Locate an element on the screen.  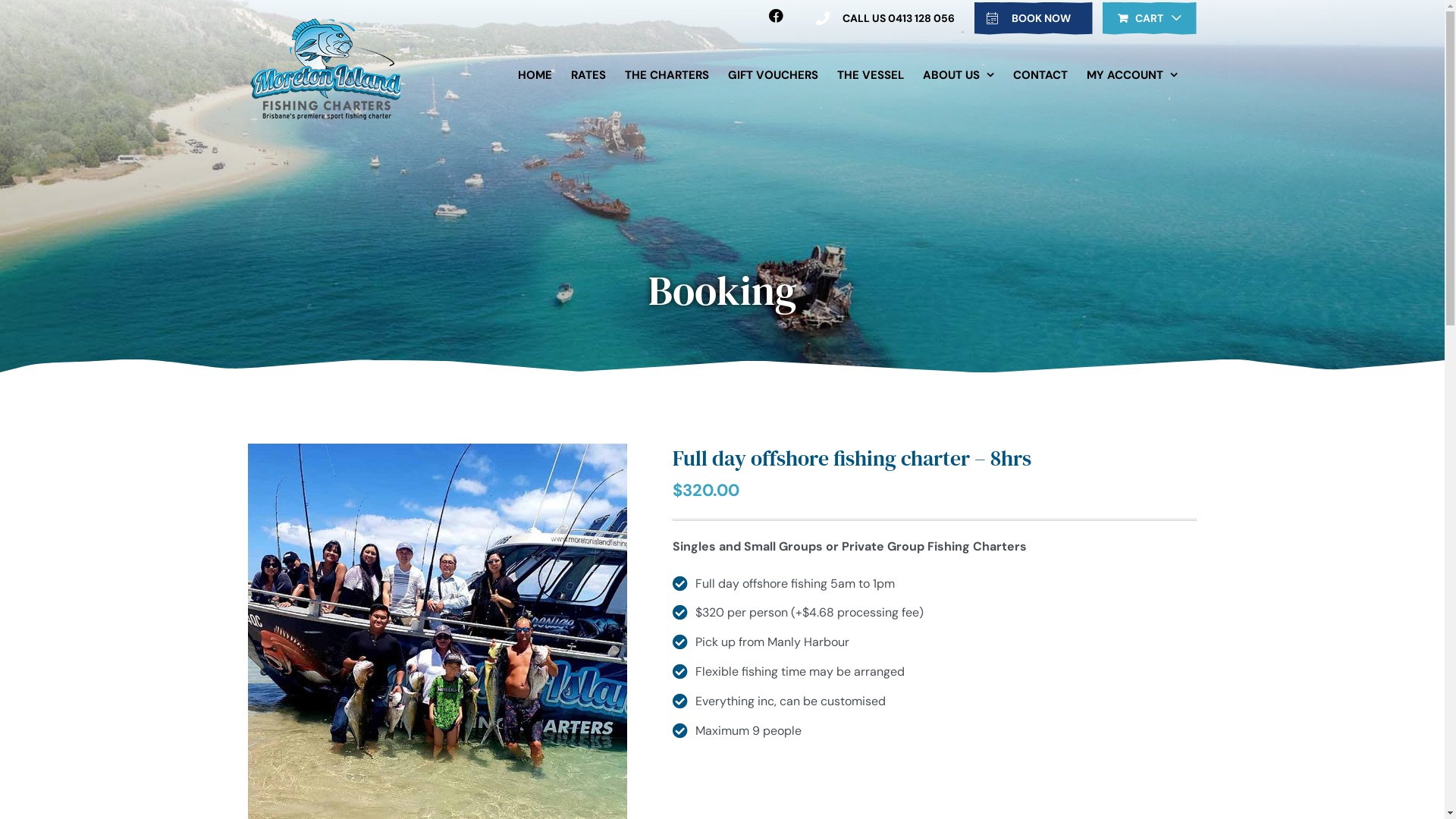
'ABOUT US' is located at coordinates (956, 75).